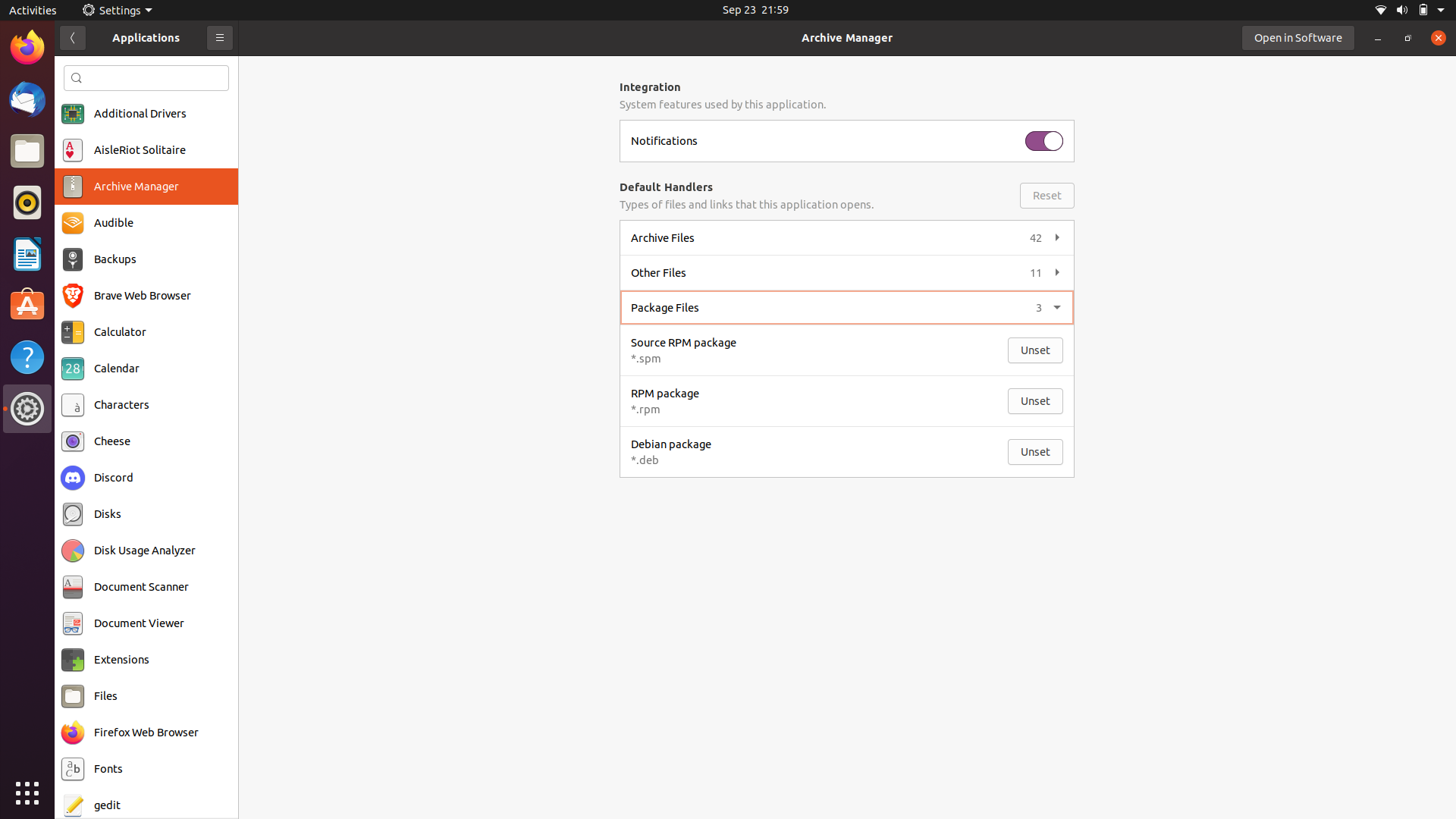 This screenshot has height=819, width=1456. What do you see at coordinates (115, 12) in the screenshot?
I see `Settings` at bounding box center [115, 12].